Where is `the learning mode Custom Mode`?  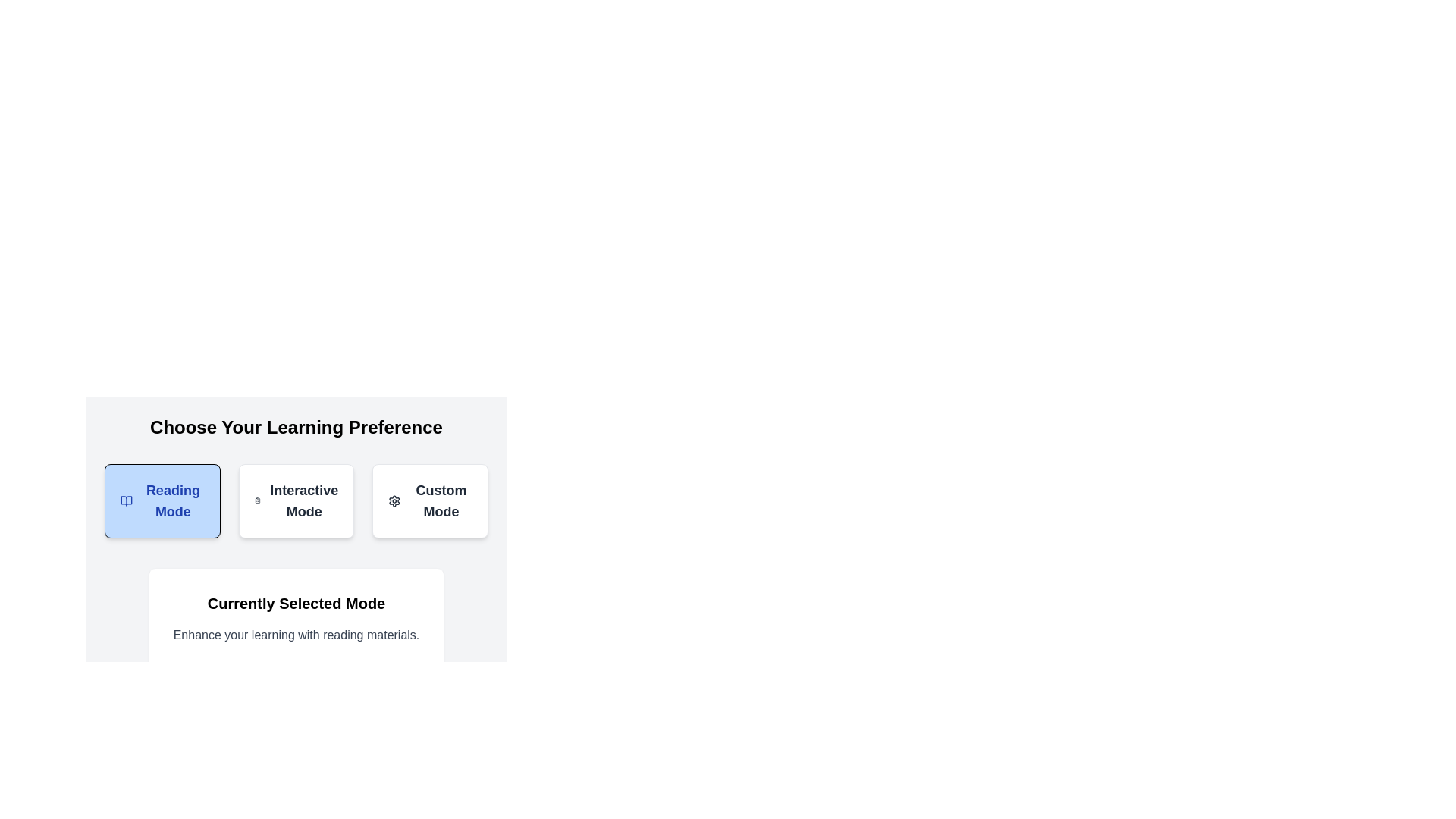
the learning mode Custom Mode is located at coordinates (428, 500).